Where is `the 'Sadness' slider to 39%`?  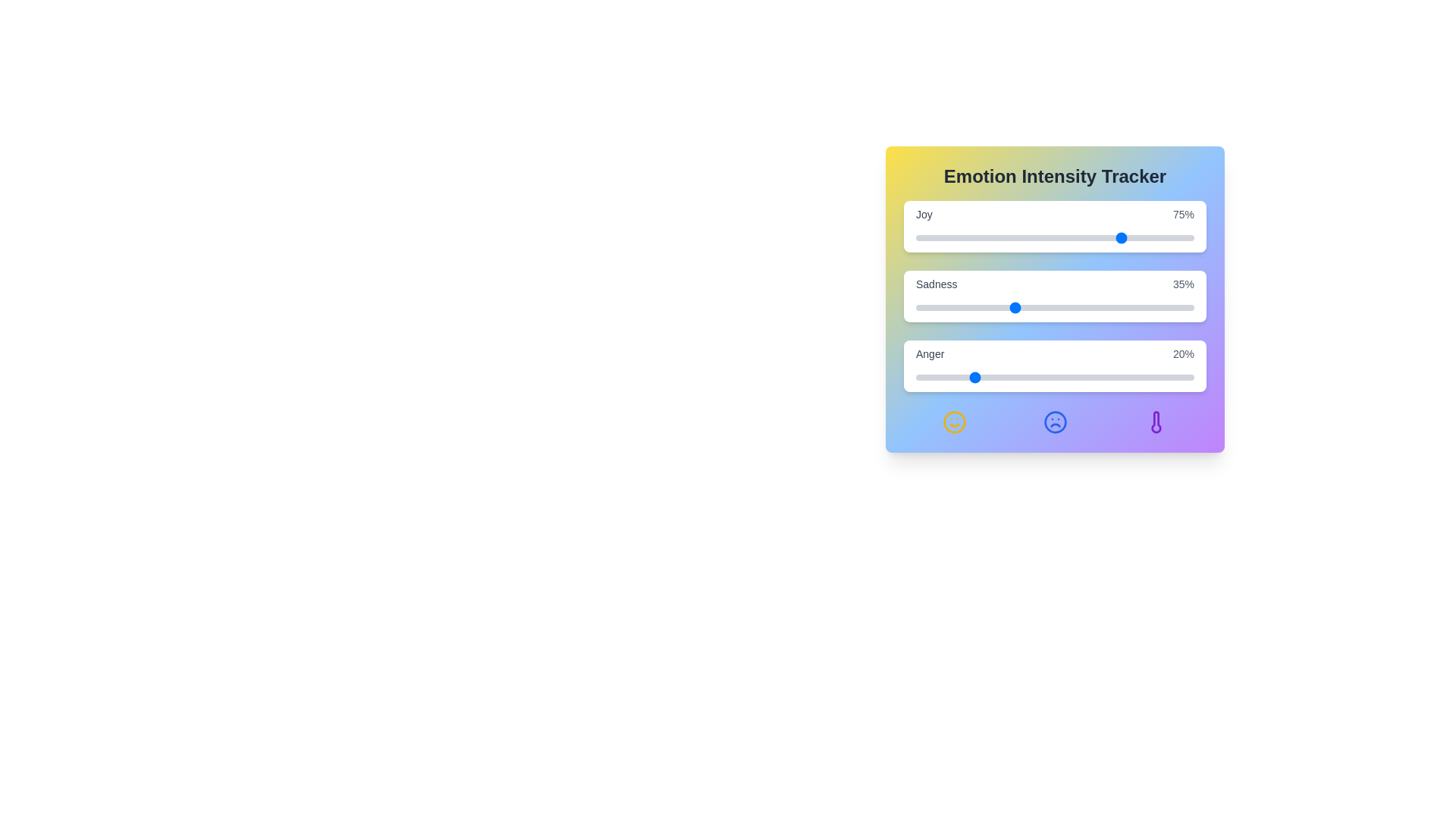
the 'Sadness' slider to 39% is located at coordinates (1025, 307).